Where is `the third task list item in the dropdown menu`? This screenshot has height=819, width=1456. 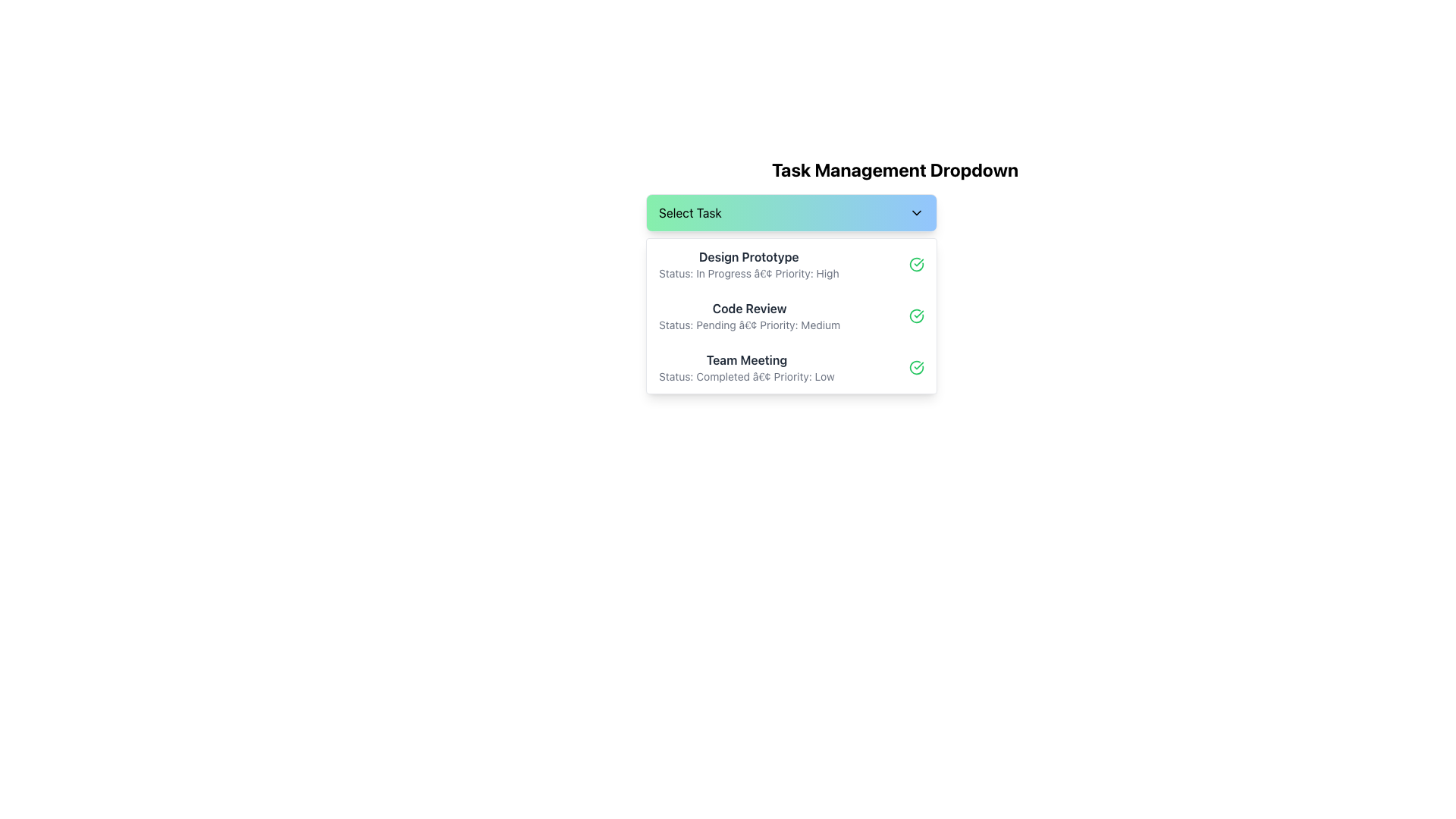 the third task list item in the dropdown menu is located at coordinates (790, 368).